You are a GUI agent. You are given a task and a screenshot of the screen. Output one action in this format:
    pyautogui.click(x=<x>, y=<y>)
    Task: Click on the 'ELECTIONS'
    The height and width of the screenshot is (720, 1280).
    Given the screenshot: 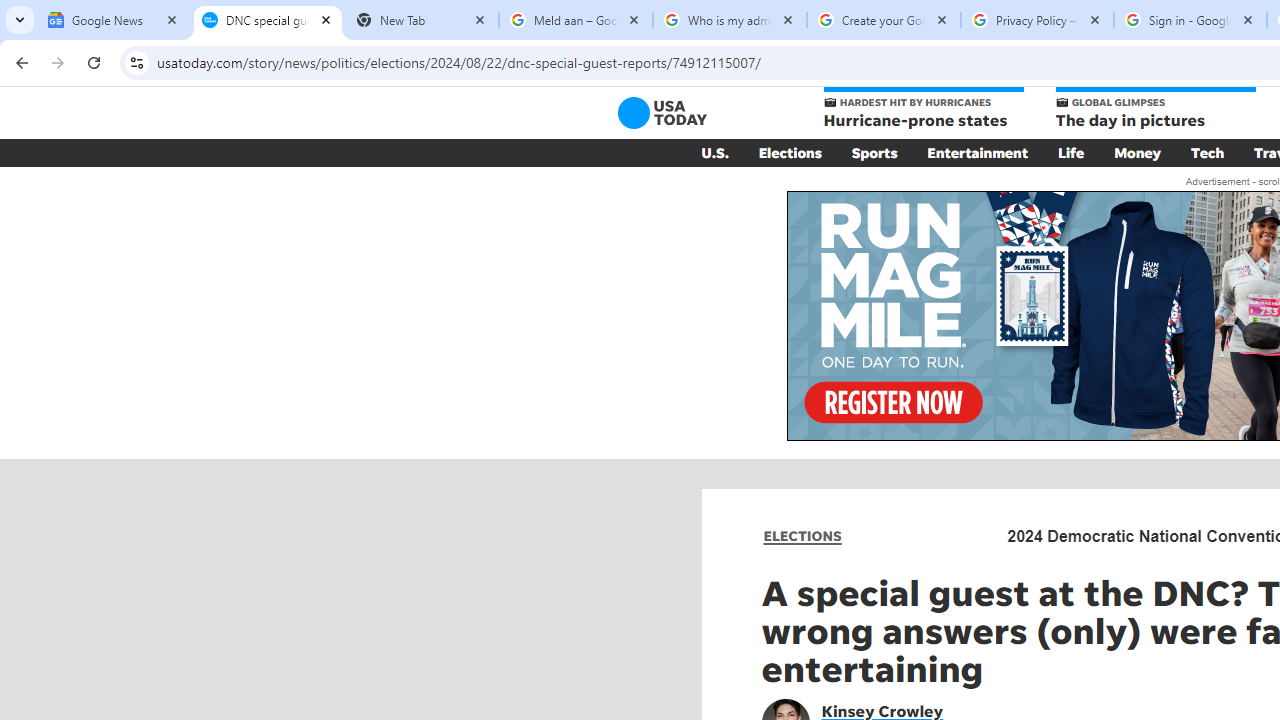 What is the action you would take?
    pyautogui.click(x=802, y=535)
    